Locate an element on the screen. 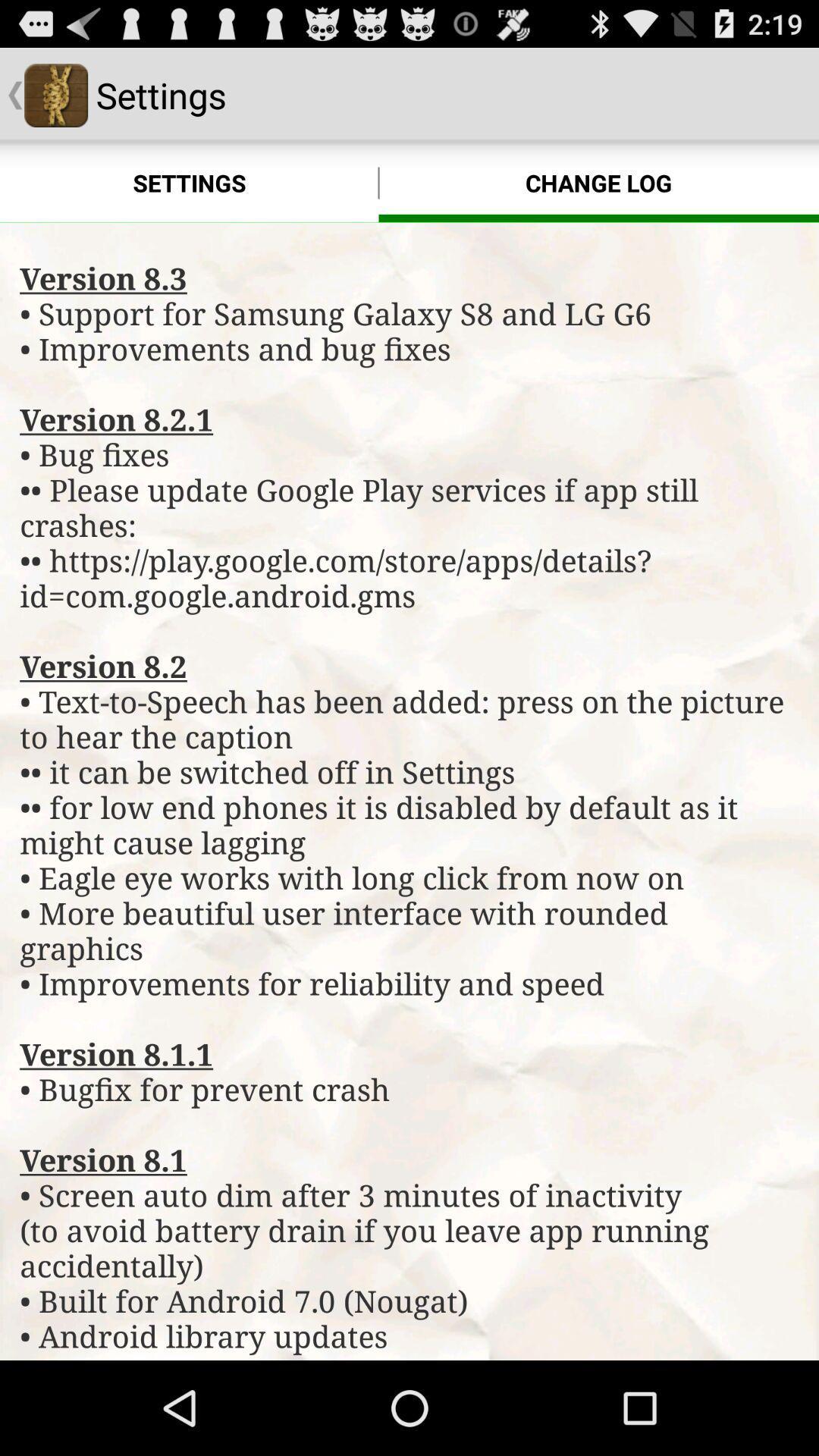 This screenshot has height=1456, width=819. change log icon is located at coordinates (598, 182).